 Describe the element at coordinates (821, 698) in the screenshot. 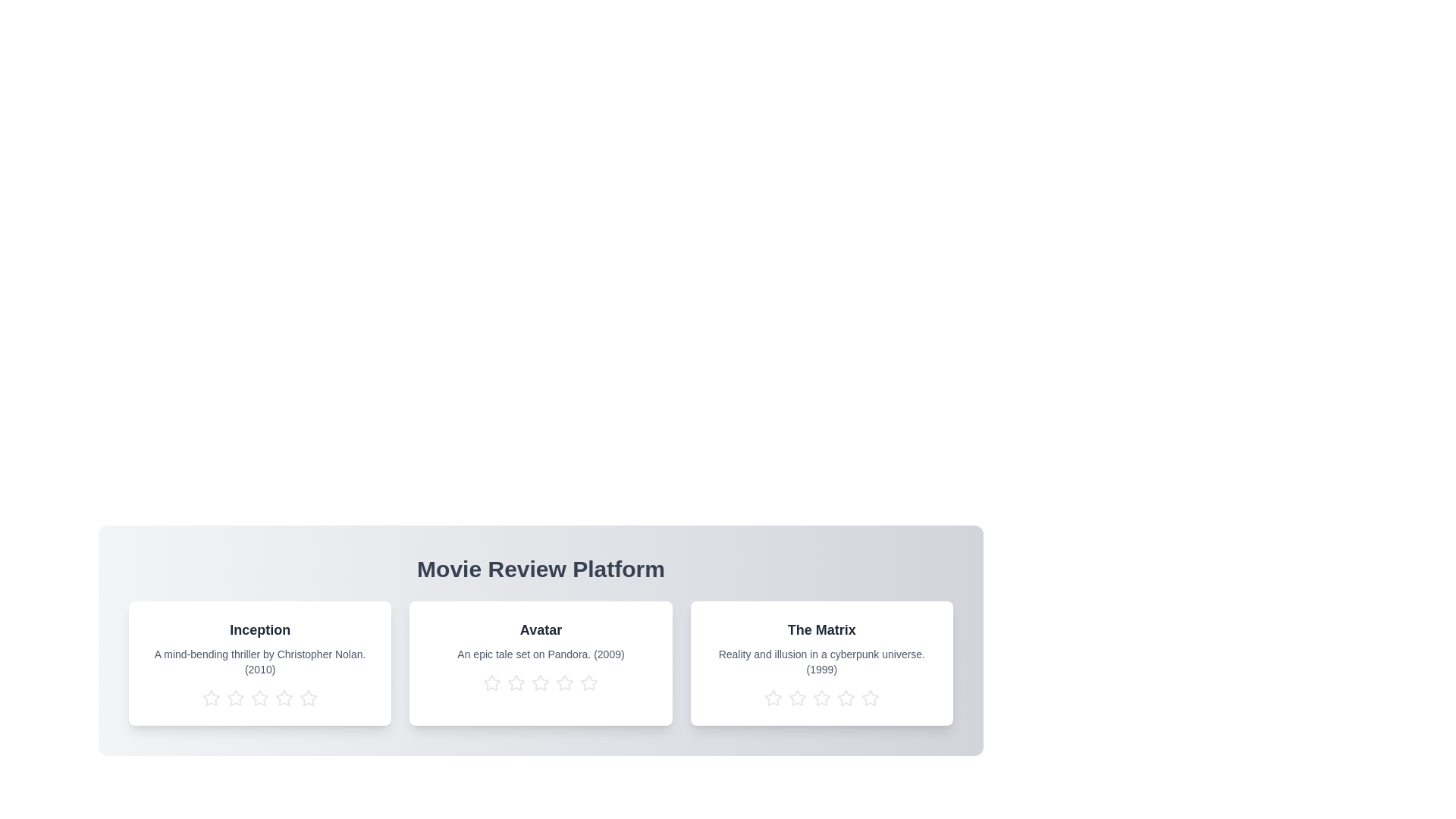

I see `the star corresponding to 3 stars for the movie titled The Matrix` at that location.